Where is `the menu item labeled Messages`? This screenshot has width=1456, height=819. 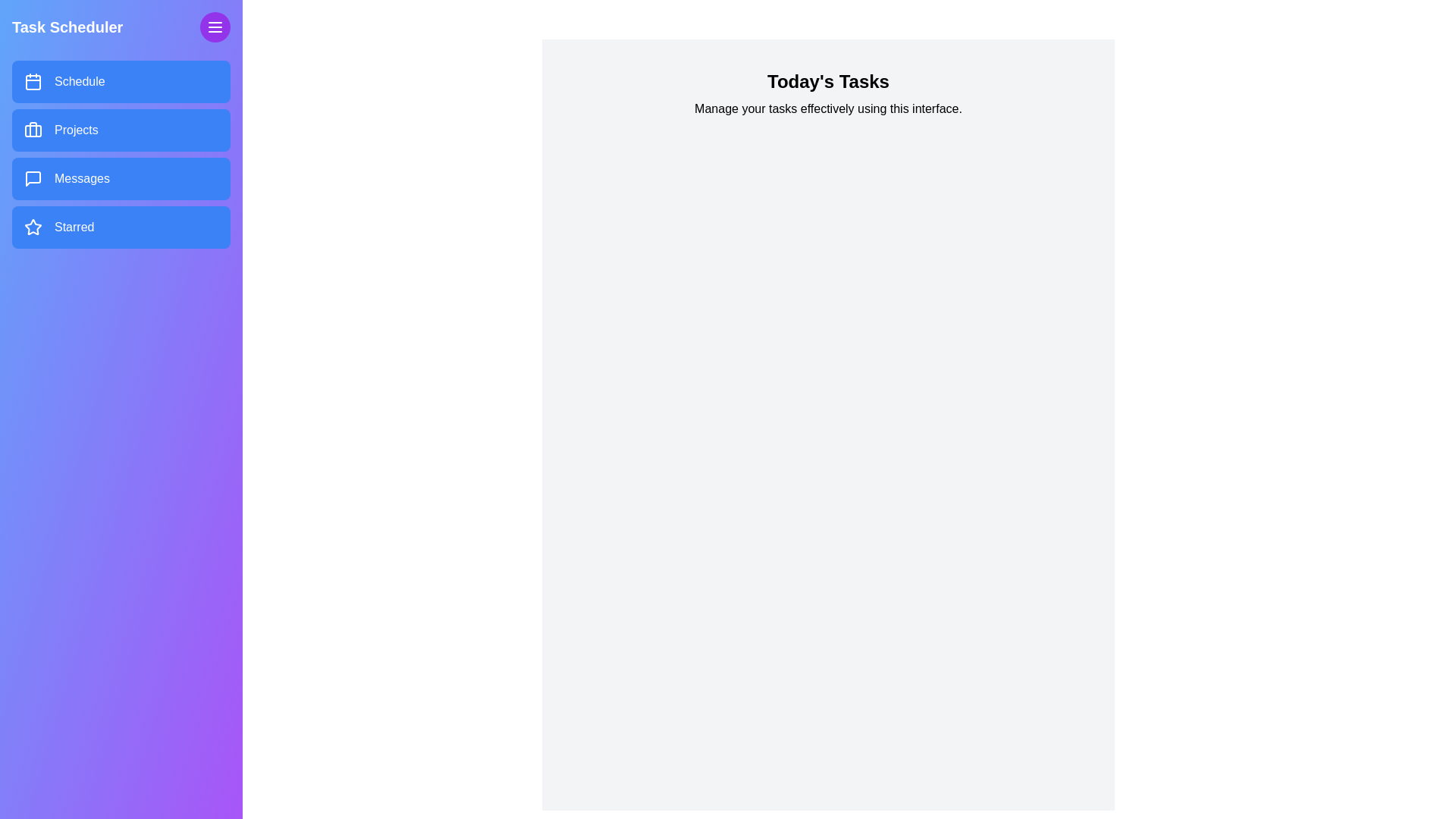 the menu item labeled Messages is located at coordinates (120, 177).